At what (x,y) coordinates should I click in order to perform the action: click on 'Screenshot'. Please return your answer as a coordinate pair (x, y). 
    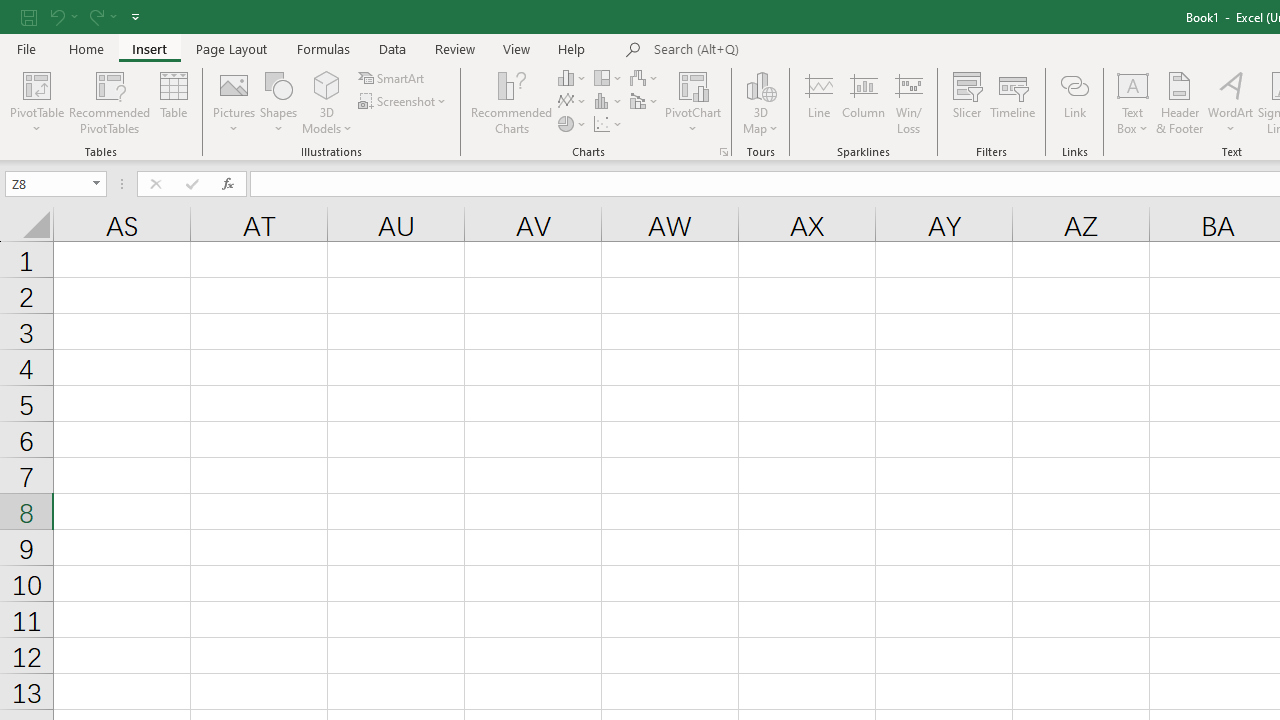
    Looking at the image, I should click on (402, 101).